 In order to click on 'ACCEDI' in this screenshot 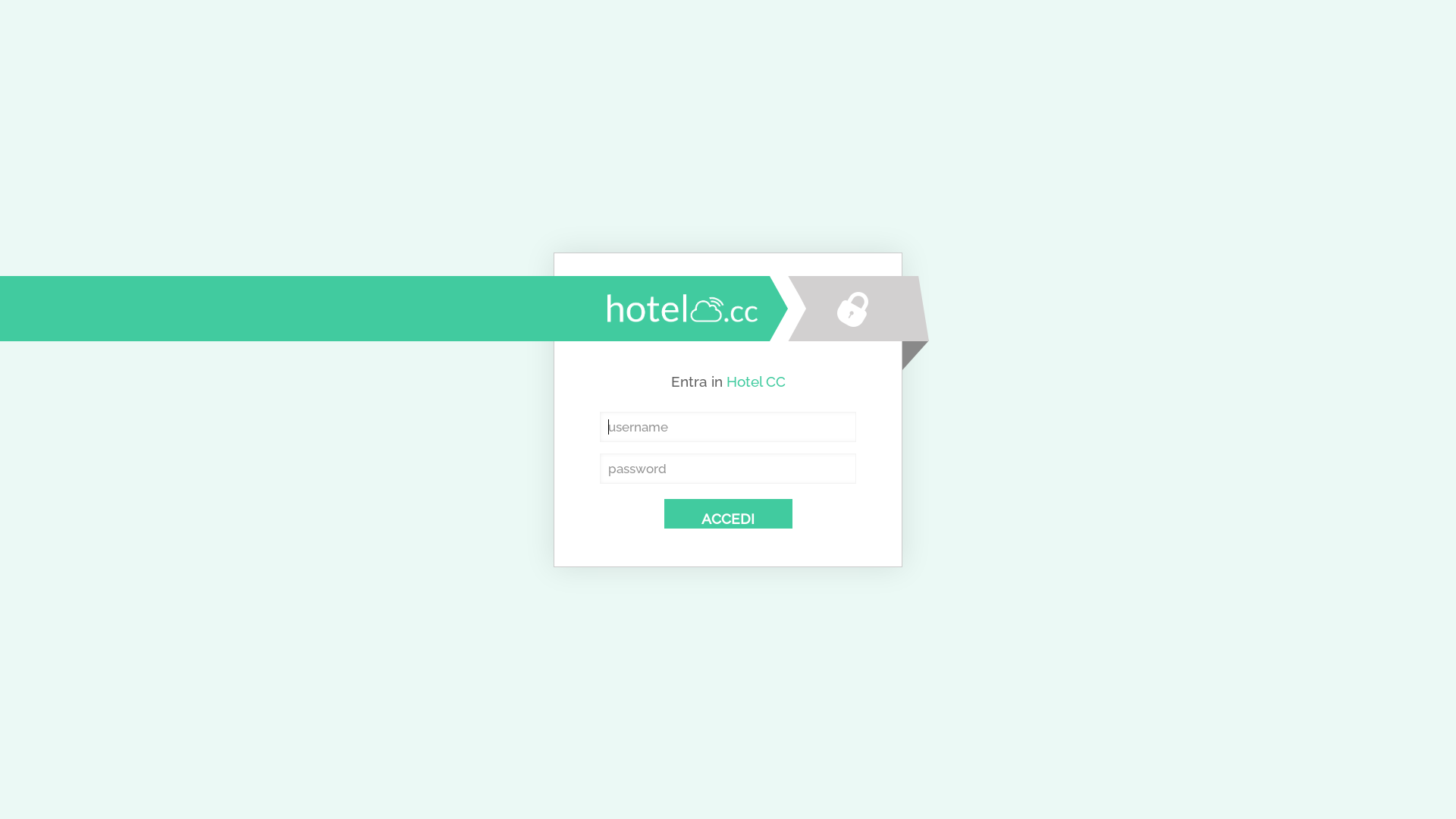, I will do `click(728, 513)`.